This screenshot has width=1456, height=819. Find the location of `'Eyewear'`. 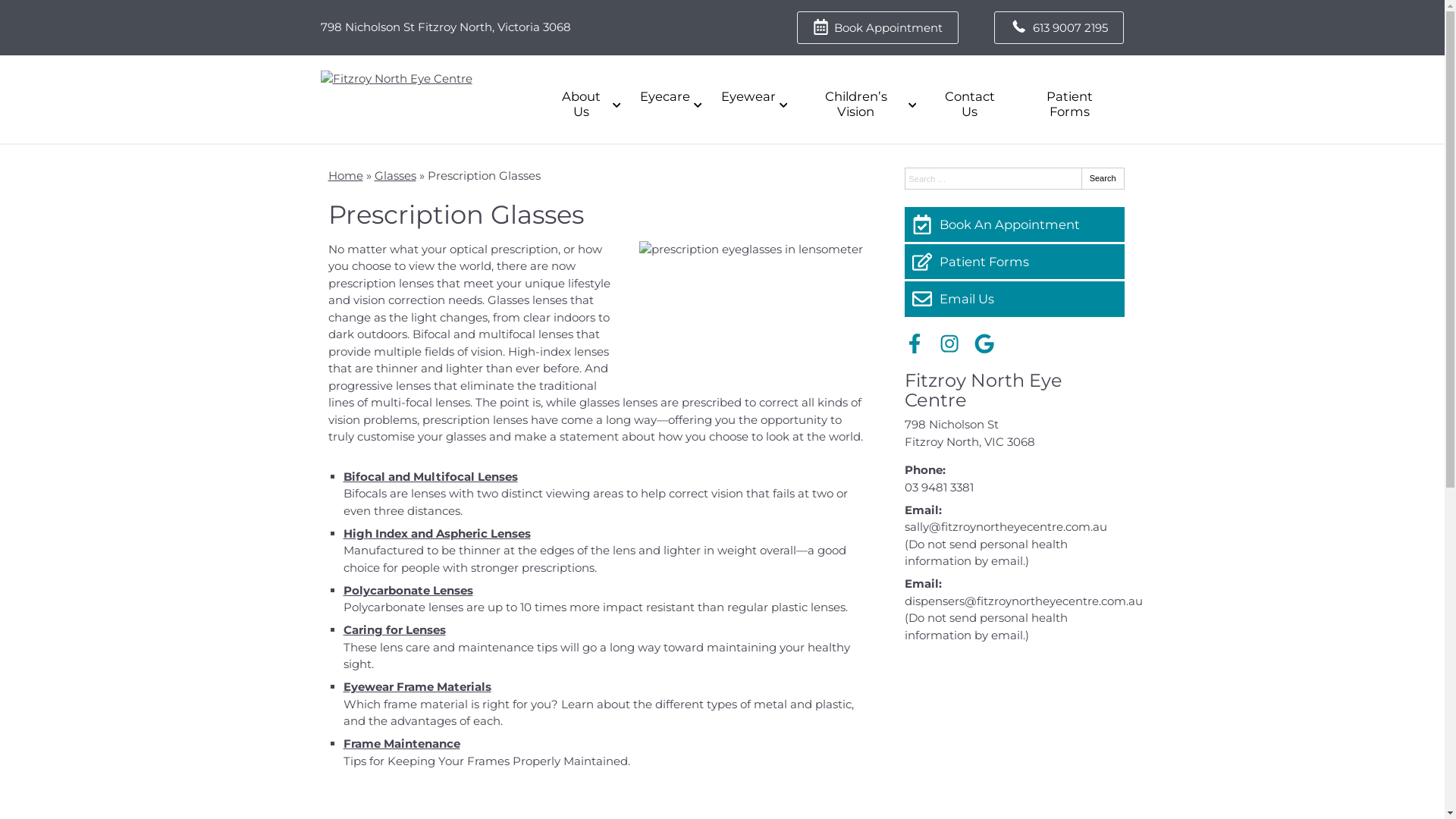

'Eyewear' is located at coordinates (752, 96).